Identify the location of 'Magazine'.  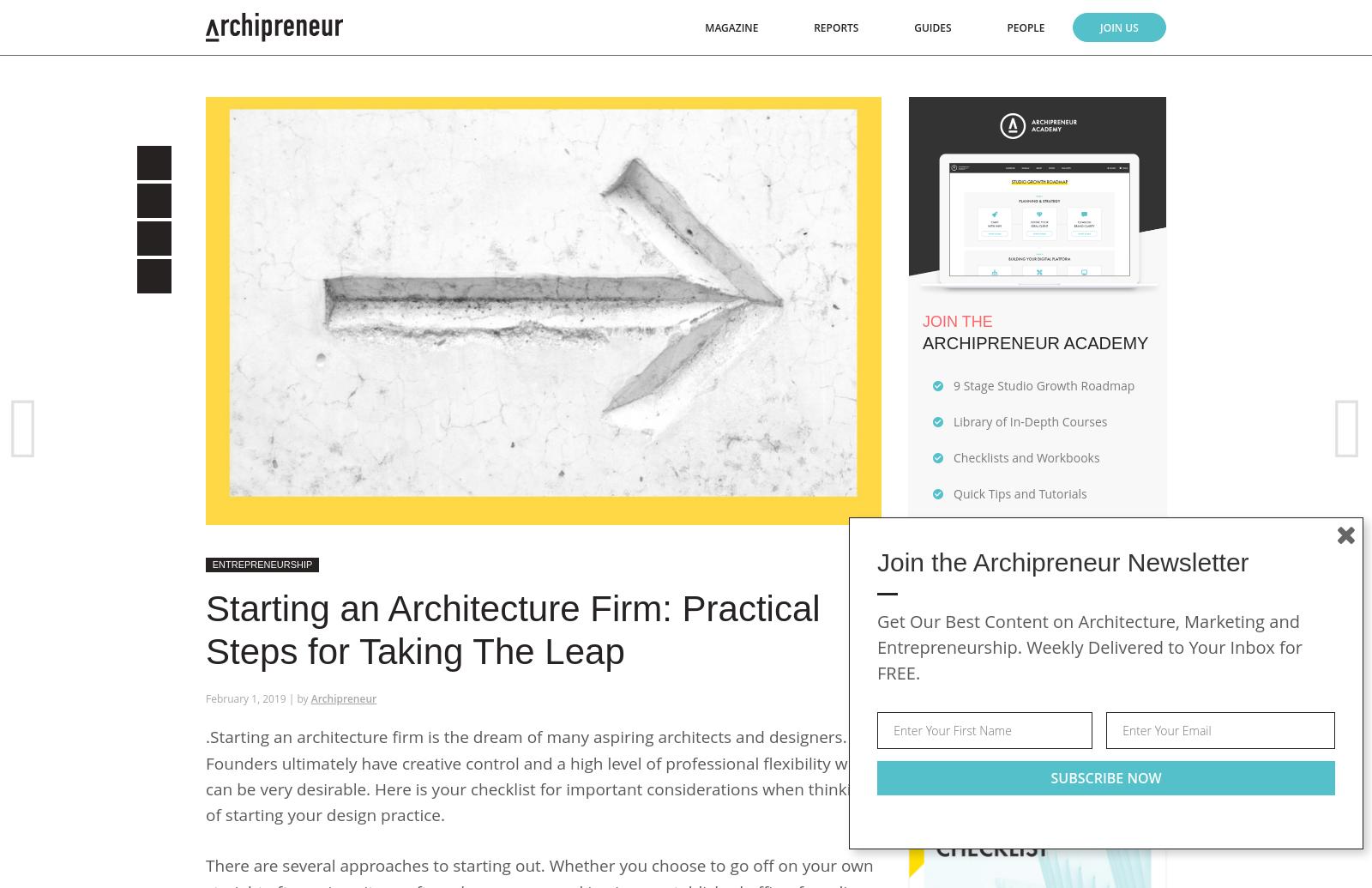
(730, 27).